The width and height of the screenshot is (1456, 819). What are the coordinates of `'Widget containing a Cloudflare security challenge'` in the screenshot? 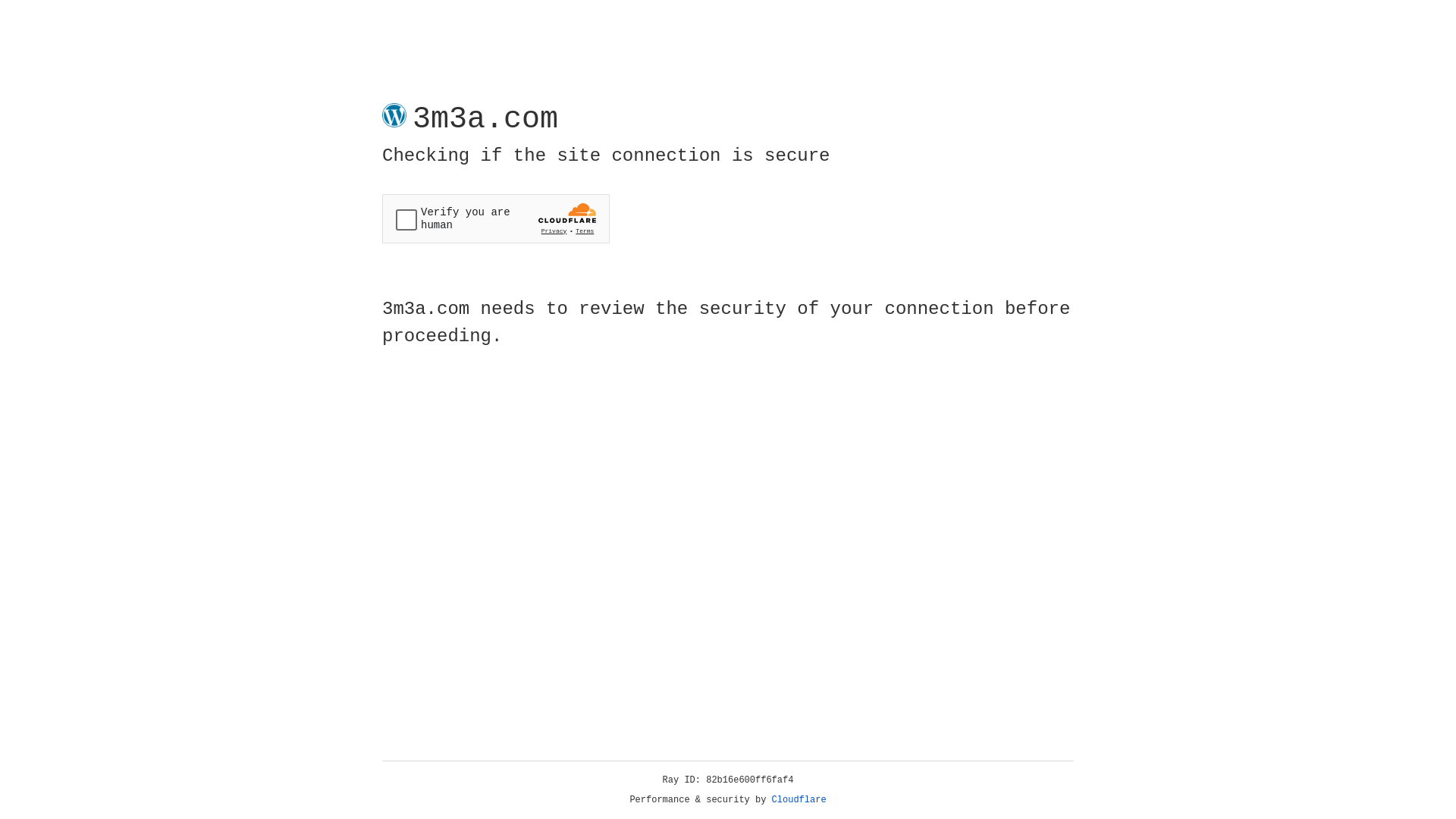 It's located at (495, 218).